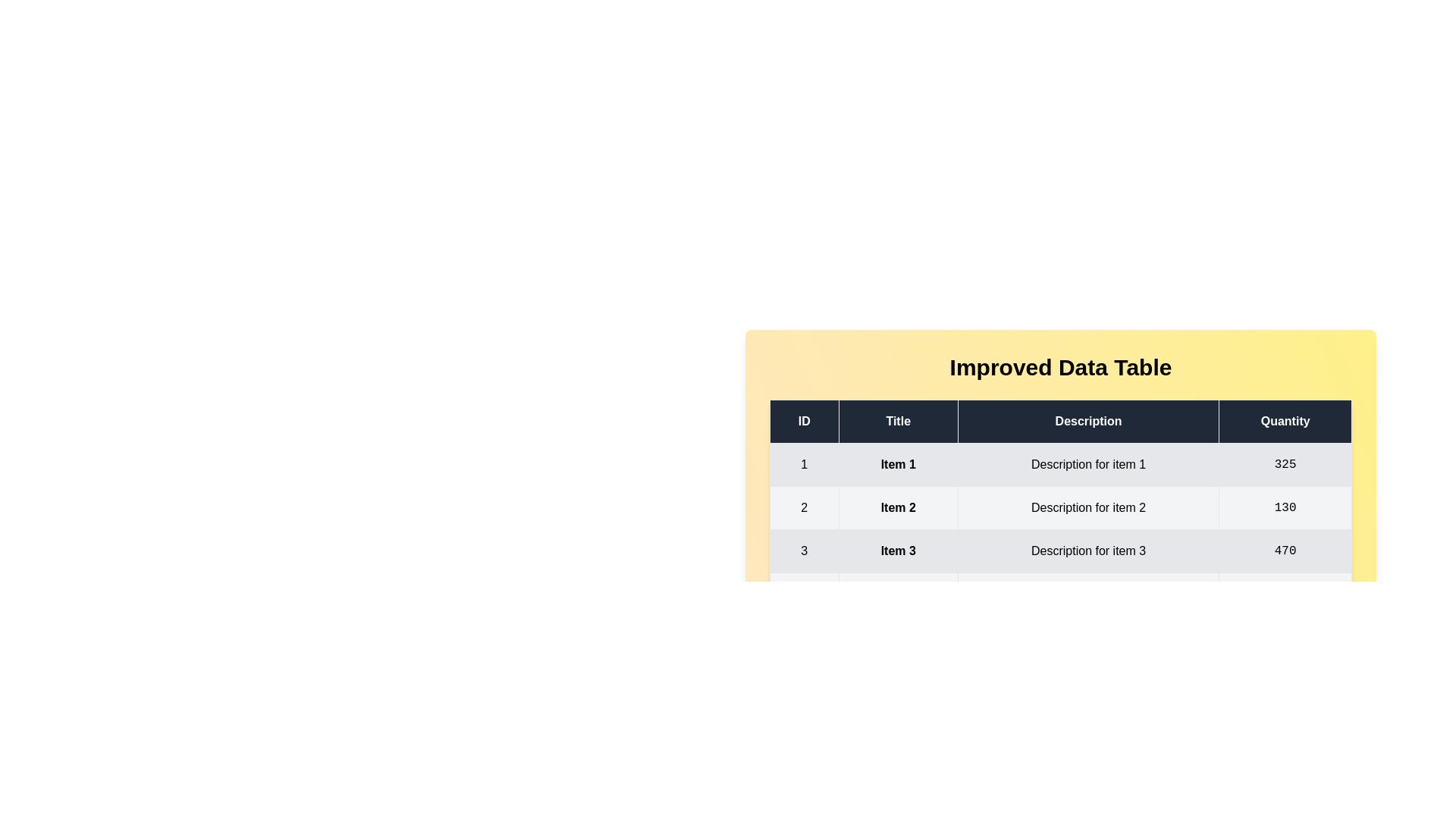  I want to click on the header of the column ID to sort the table by that column, so click(803, 421).